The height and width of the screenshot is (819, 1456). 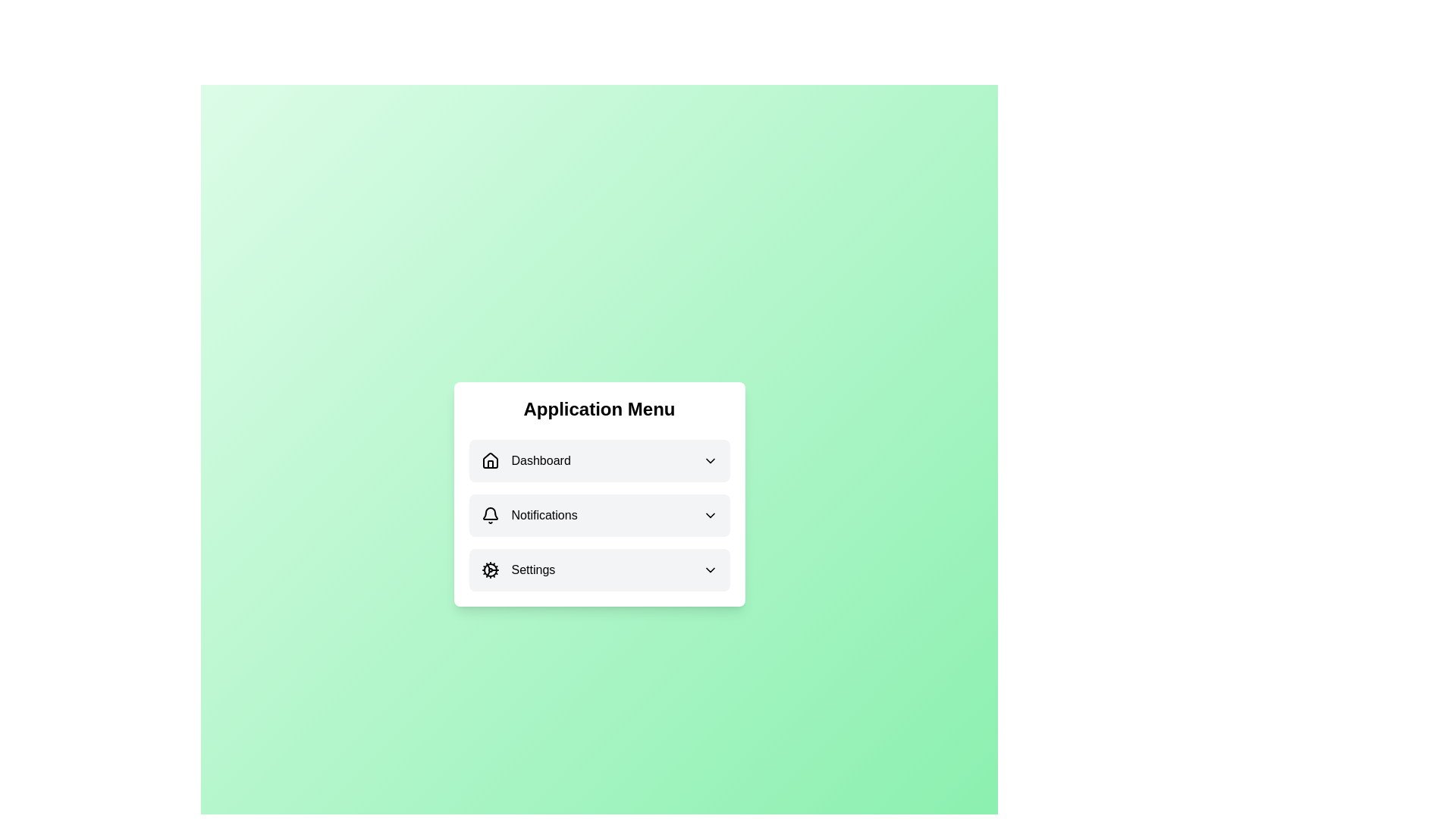 I want to click on the cogwheel icon indicating the settings section located to the left of the 'Settings' label in the bottom row of the 'Application Menu', so click(x=490, y=570).